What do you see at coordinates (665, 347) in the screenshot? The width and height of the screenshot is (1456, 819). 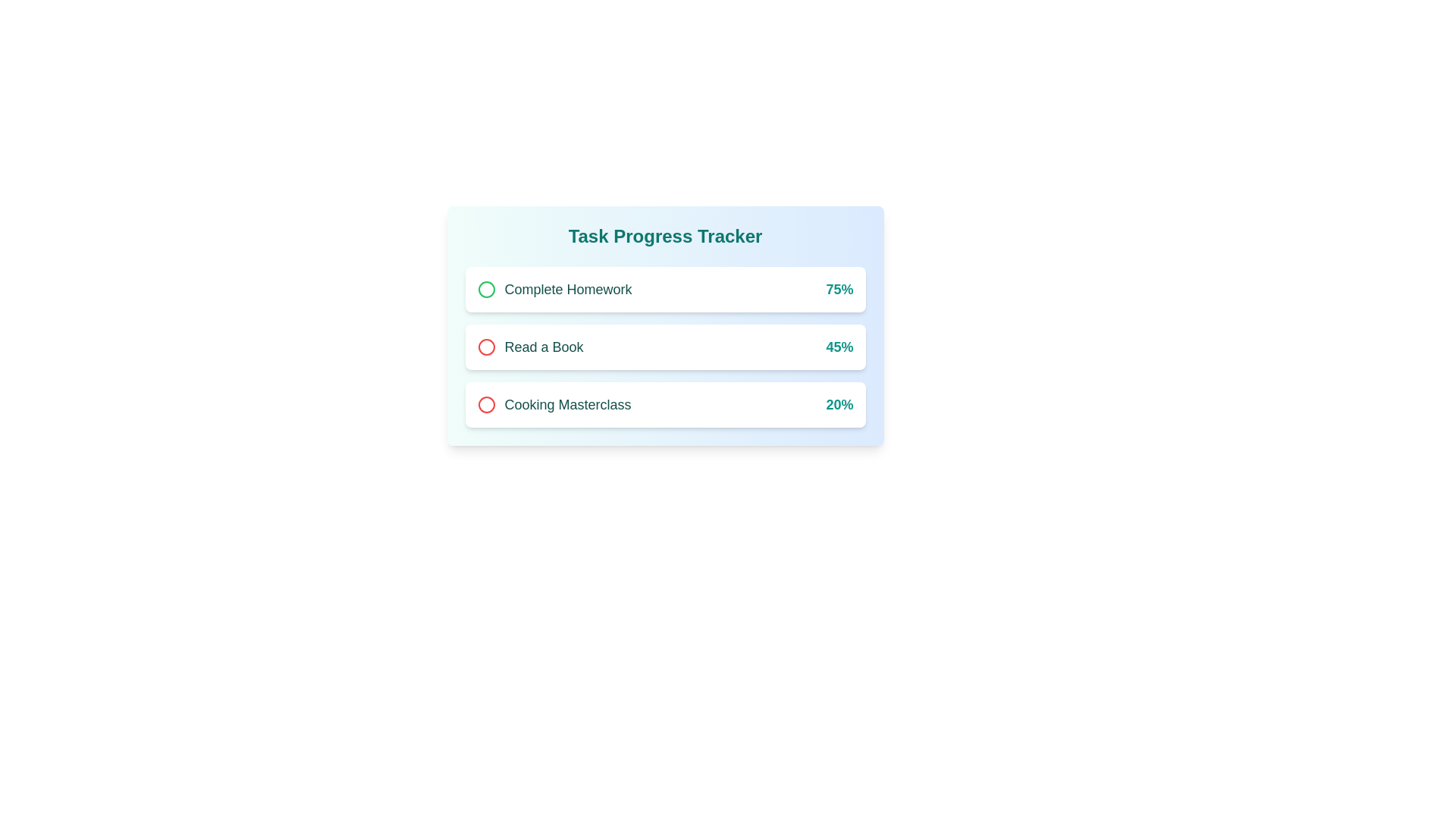 I see `the 'Read a Book' card, which is the second card in the 'Task Progress Tracker' section` at bounding box center [665, 347].